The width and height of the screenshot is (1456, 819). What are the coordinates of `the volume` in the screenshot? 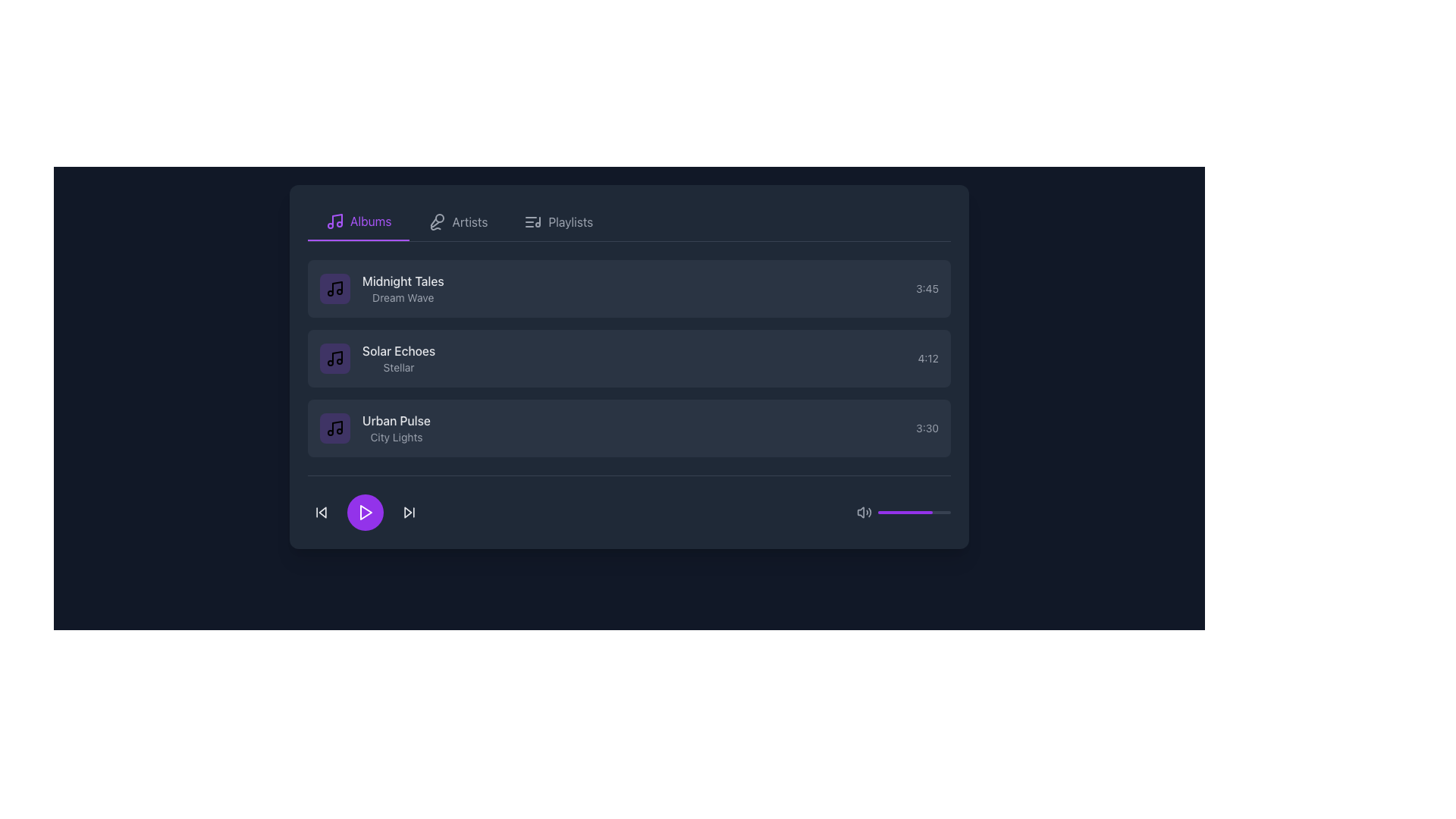 It's located at (943, 512).